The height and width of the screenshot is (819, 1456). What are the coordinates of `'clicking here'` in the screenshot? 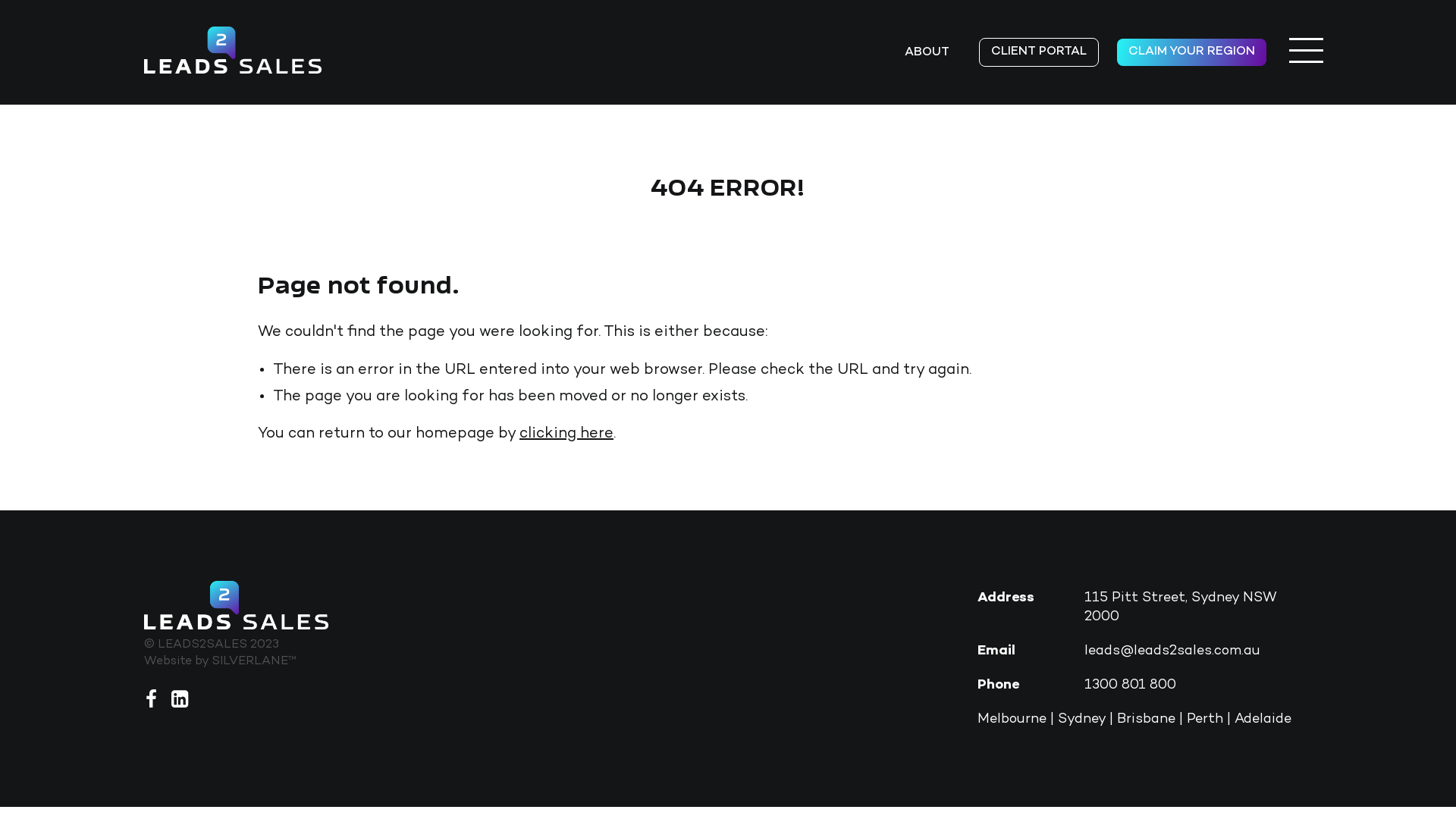 It's located at (566, 434).